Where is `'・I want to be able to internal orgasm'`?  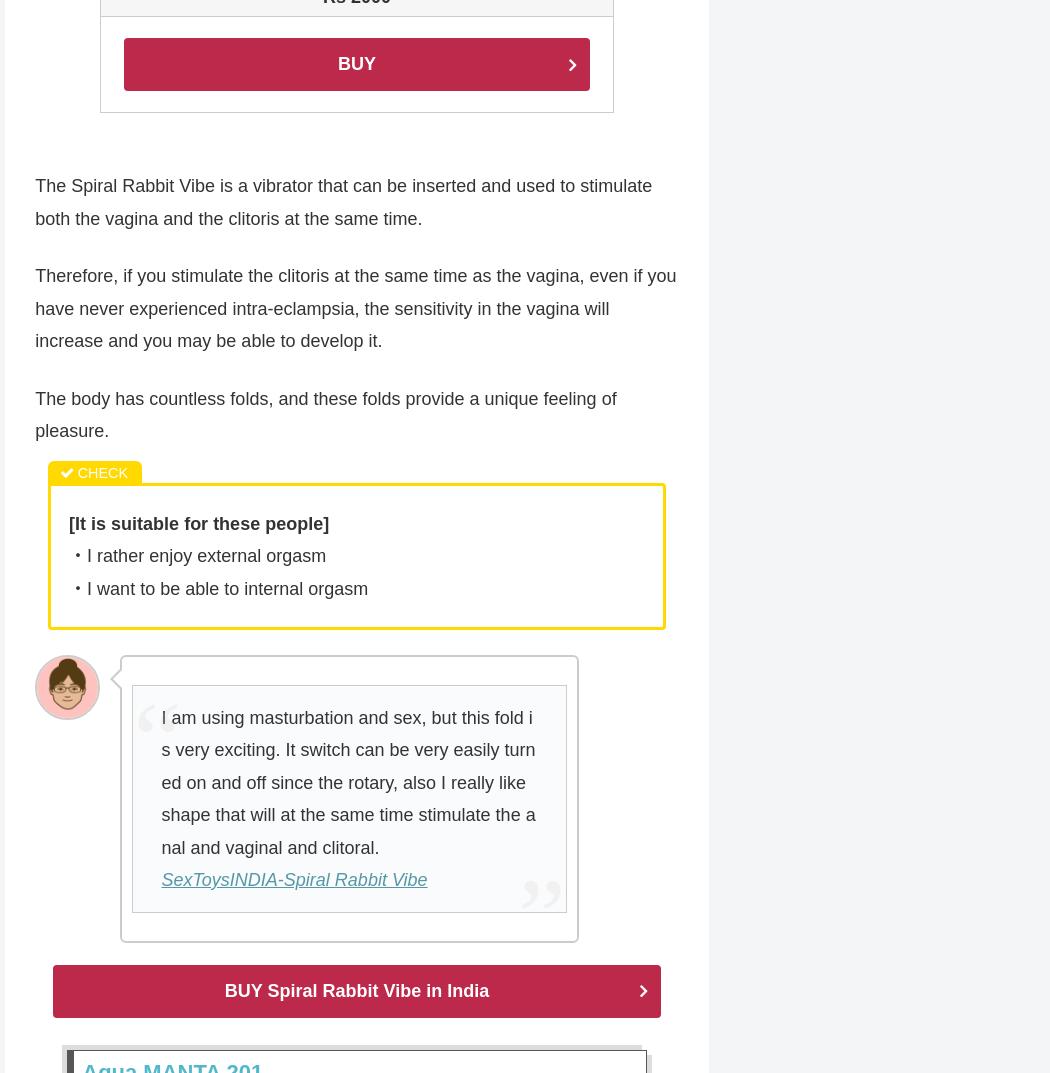 '・I want to be able to internal orgasm' is located at coordinates (217, 590).